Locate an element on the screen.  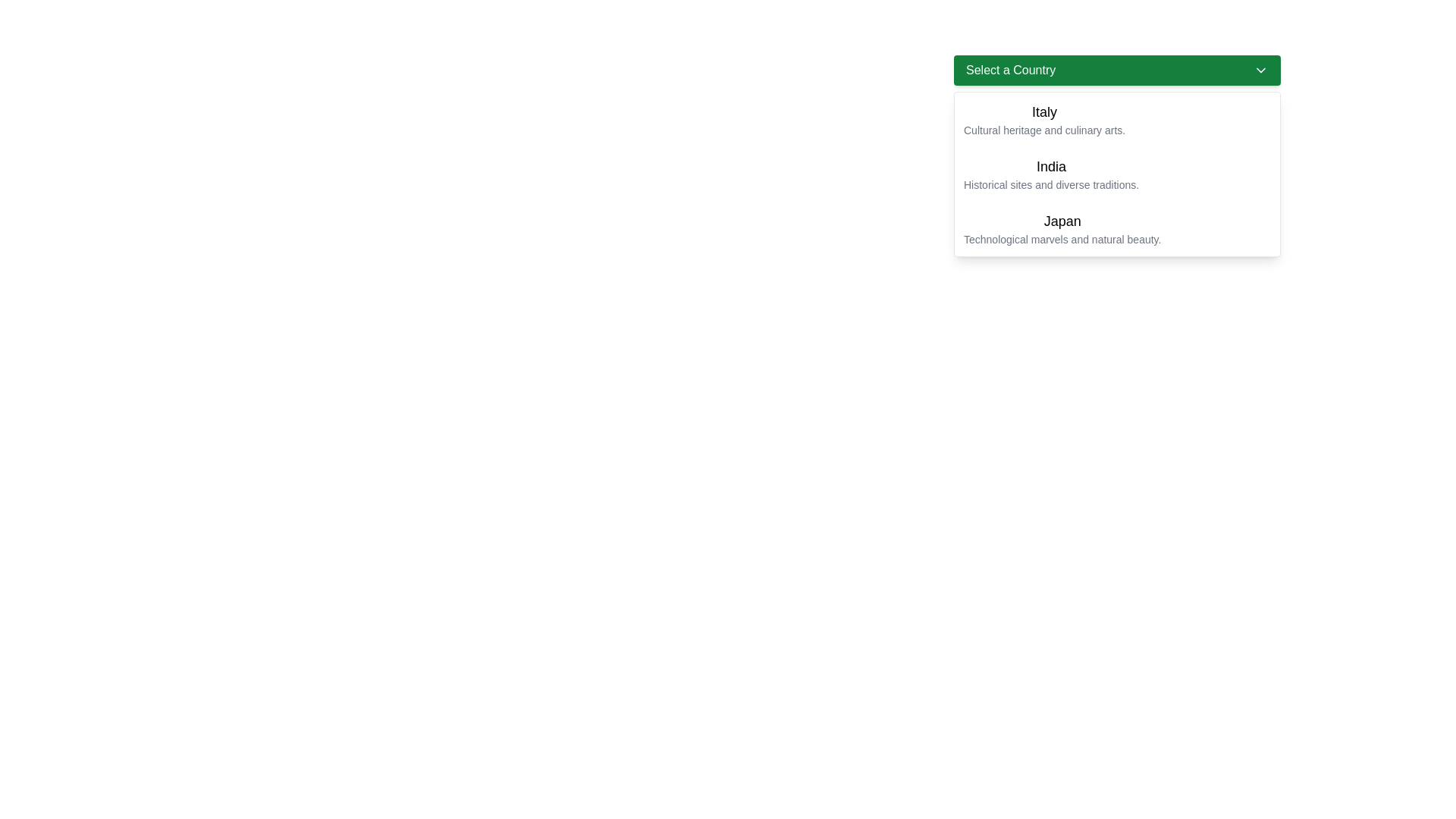
the third selectable option in the dropdown list for keyboard interaction is located at coordinates (1117, 228).